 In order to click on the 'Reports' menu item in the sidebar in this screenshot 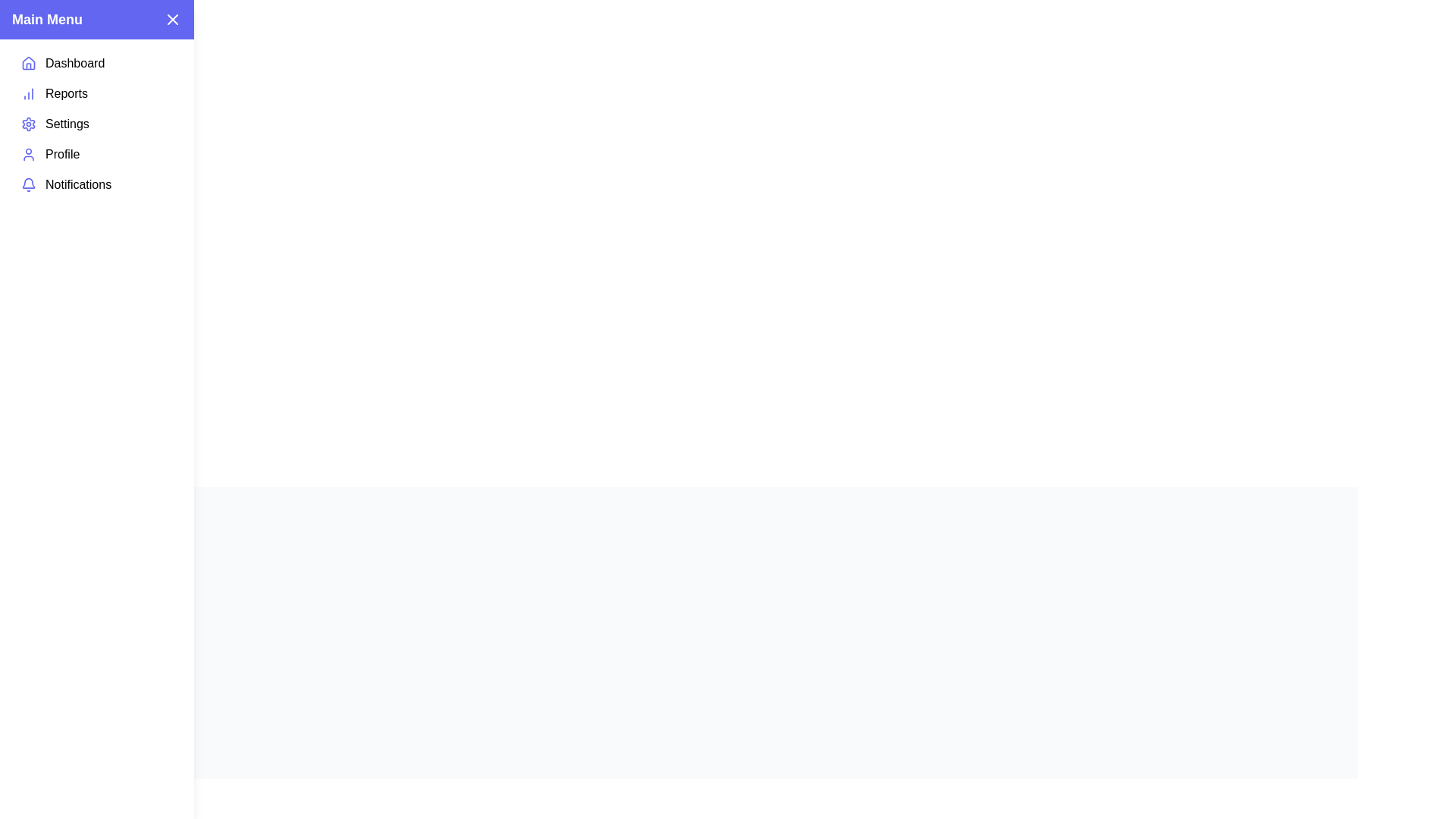, I will do `click(96, 93)`.